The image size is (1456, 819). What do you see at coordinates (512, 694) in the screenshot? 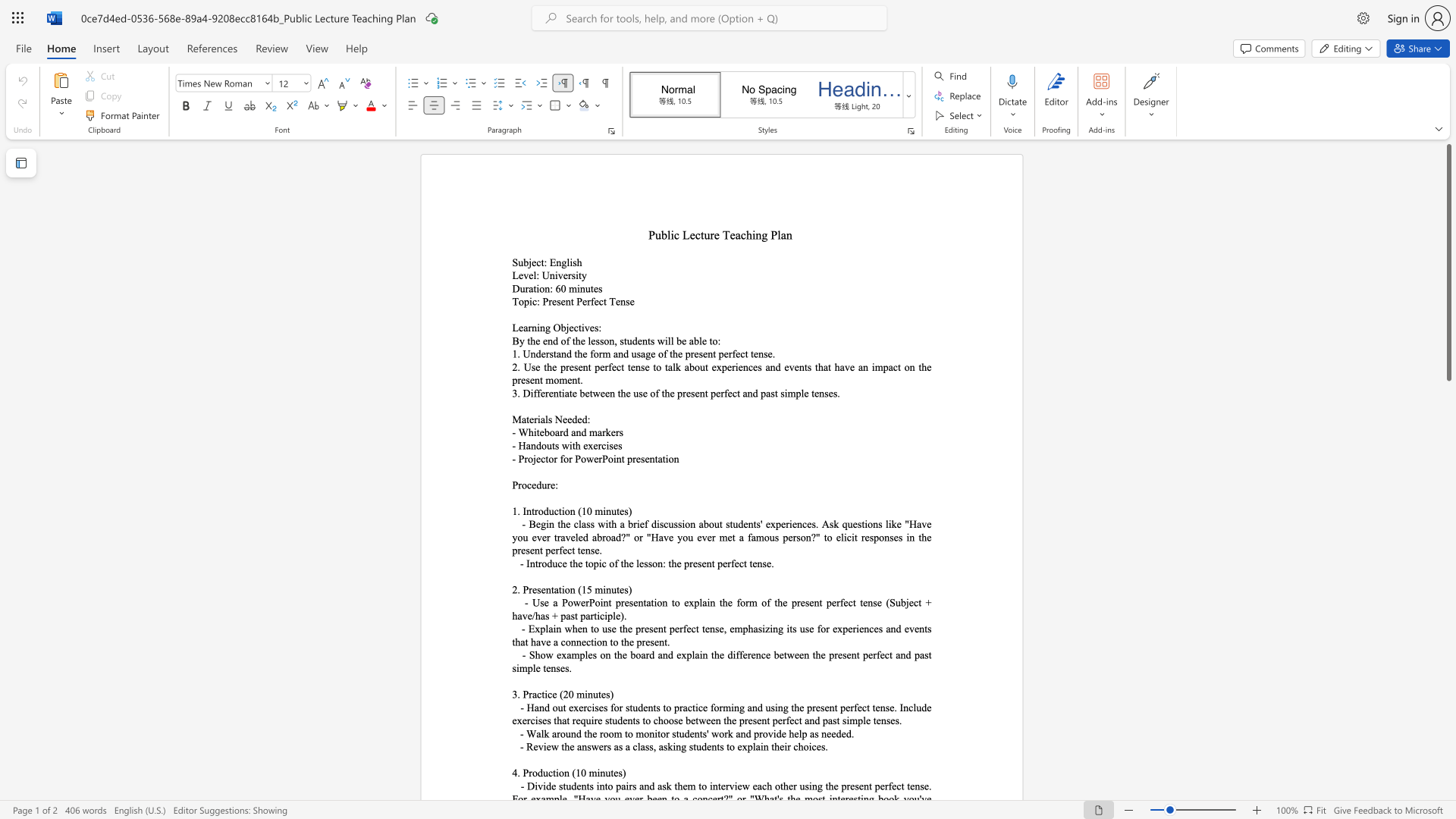
I see `the subset text "3. Practice (20 mi" within the text "3. Practice (20 minutes)"` at bounding box center [512, 694].